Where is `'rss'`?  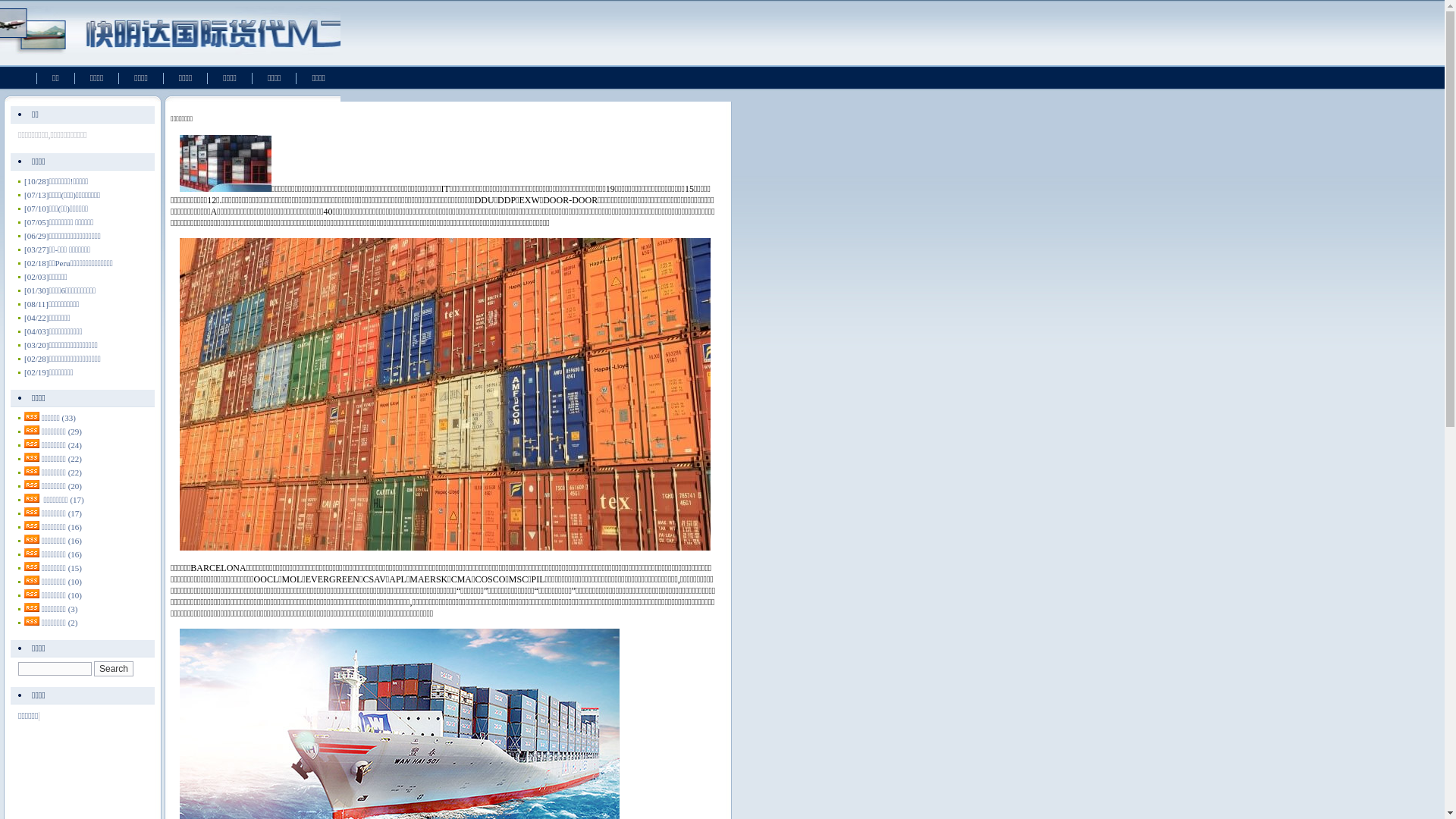
'rss' is located at coordinates (32, 430).